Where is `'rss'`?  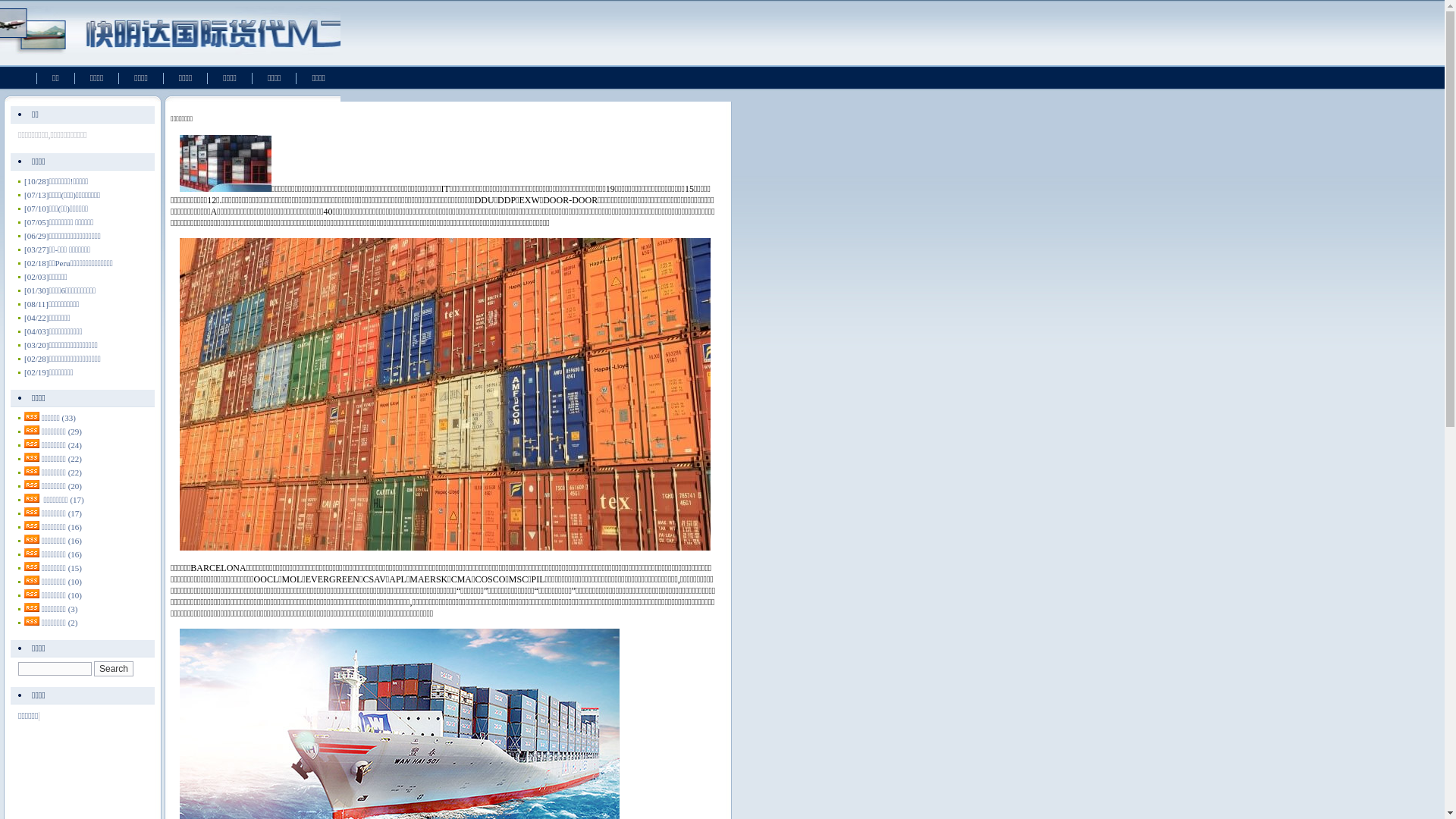
'rss' is located at coordinates (32, 430).